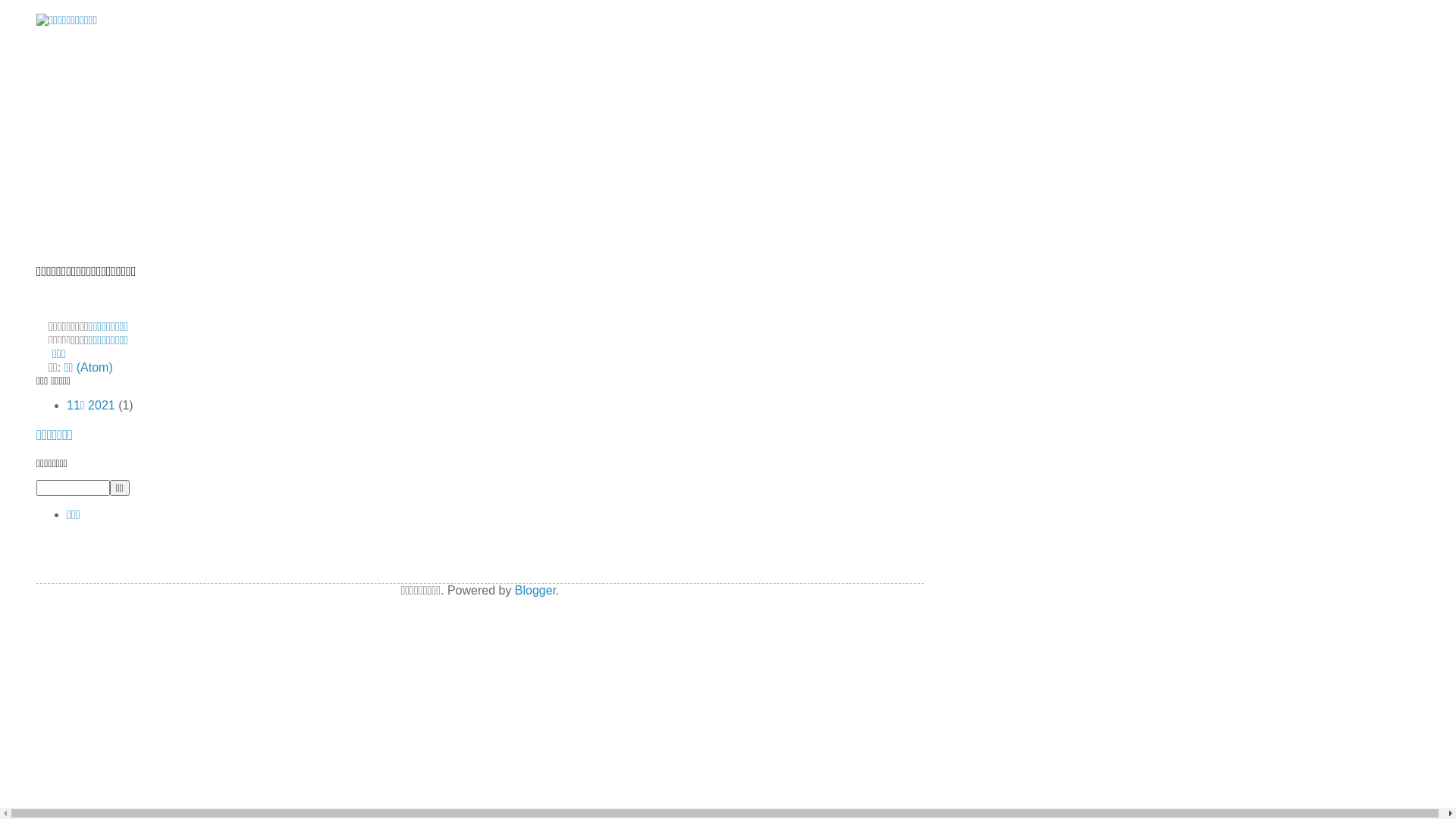 The width and height of the screenshot is (1456, 819). Describe the element at coordinates (72, 488) in the screenshot. I see `'search'` at that location.